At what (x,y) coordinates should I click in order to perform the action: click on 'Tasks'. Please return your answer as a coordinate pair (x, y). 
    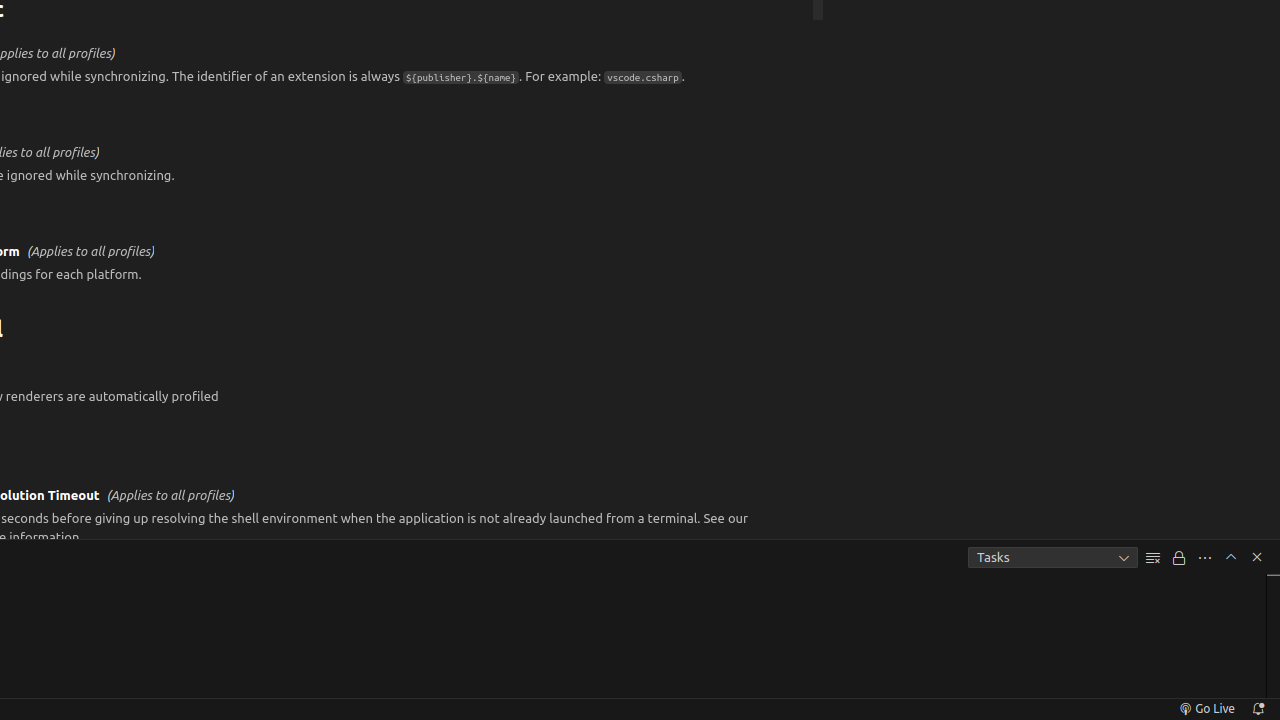
    Looking at the image, I should click on (1052, 557).